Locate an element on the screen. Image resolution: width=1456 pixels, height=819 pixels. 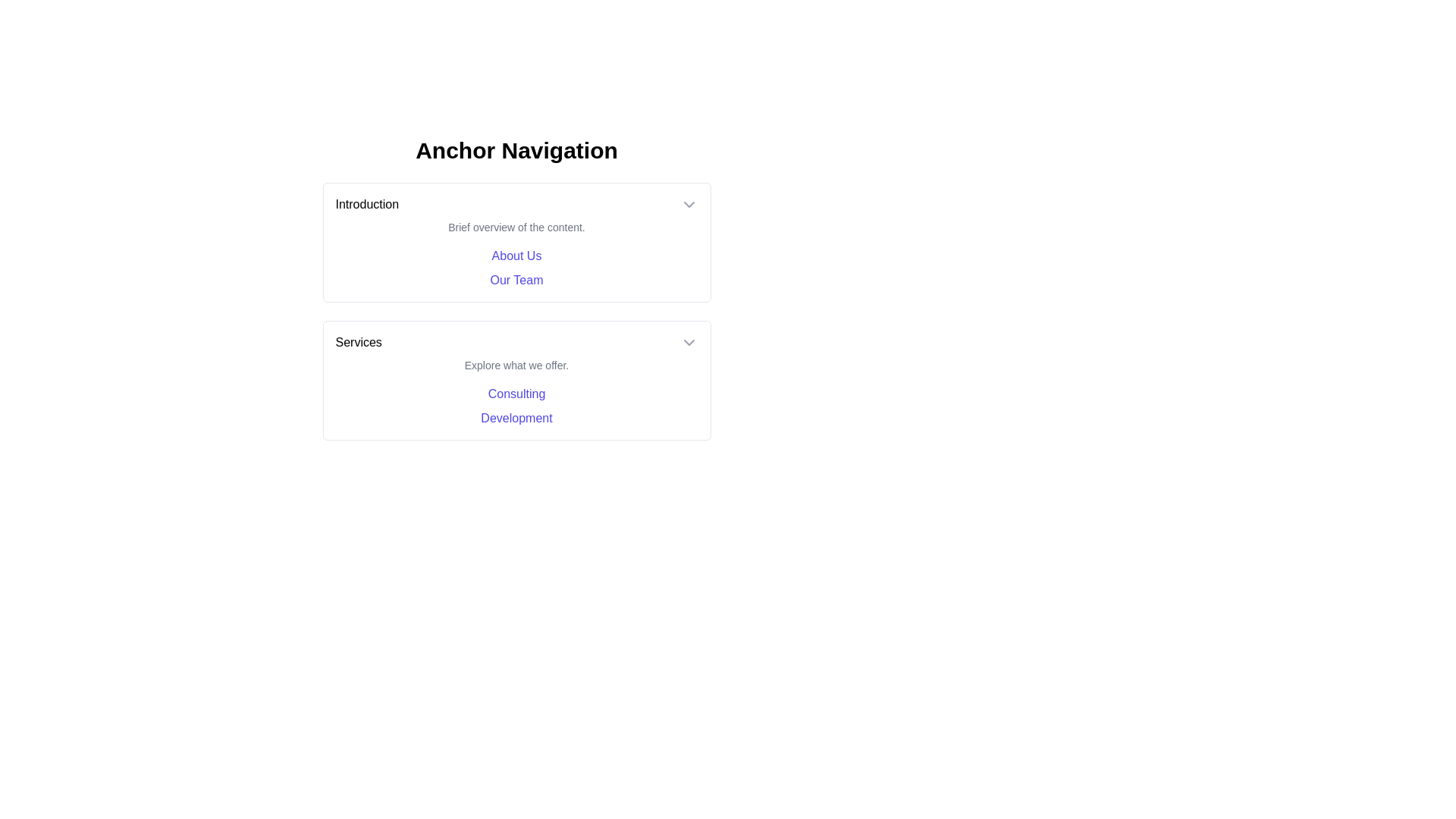
the hyperlink labeled 'Development' located in the Services section, below the text 'Consulting' is located at coordinates (516, 418).